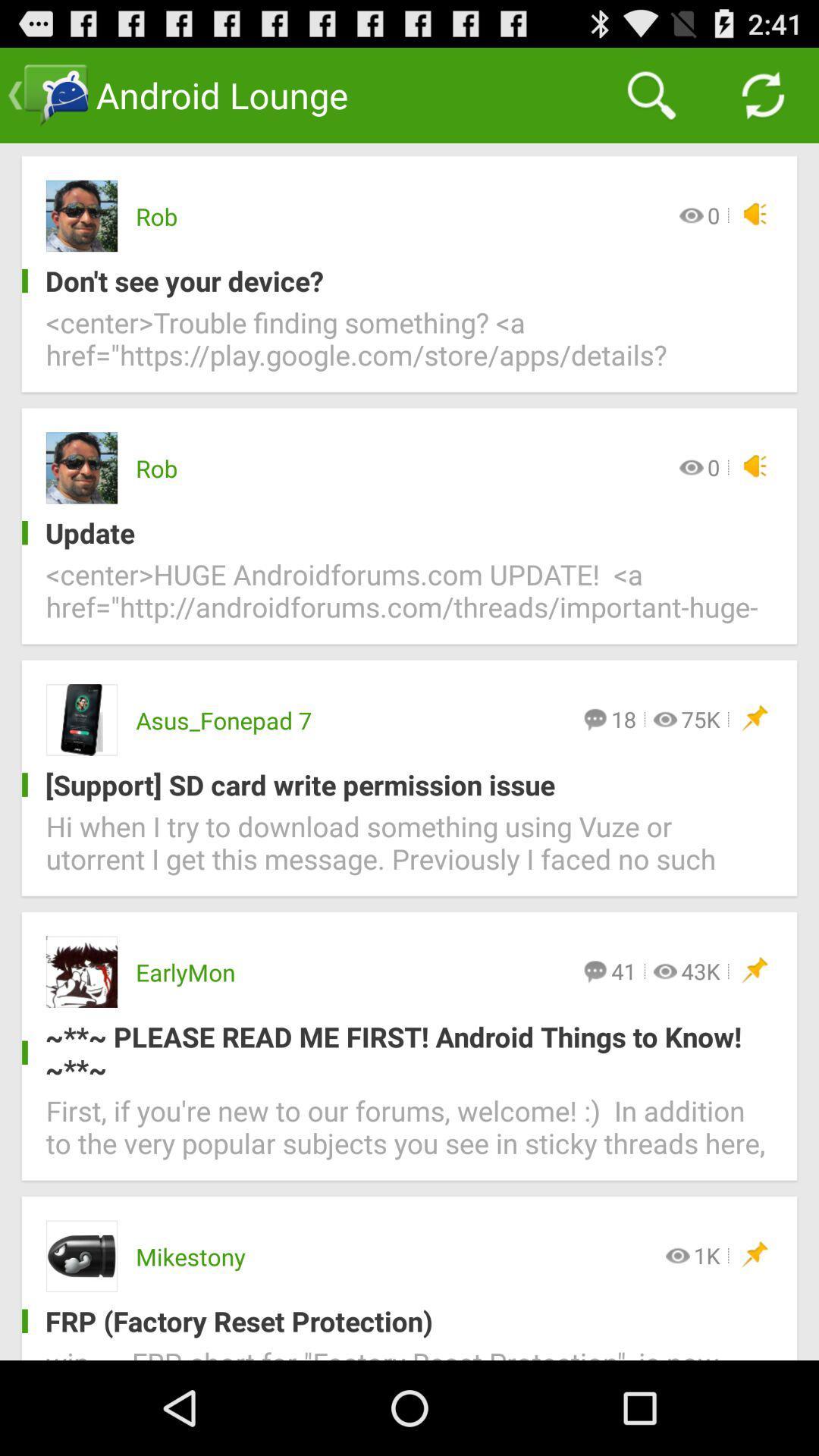 The image size is (819, 1456). What do you see at coordinates (409, 852) in the screenshot?
I see `item below support sd card item` at bounding box center [409, 852].